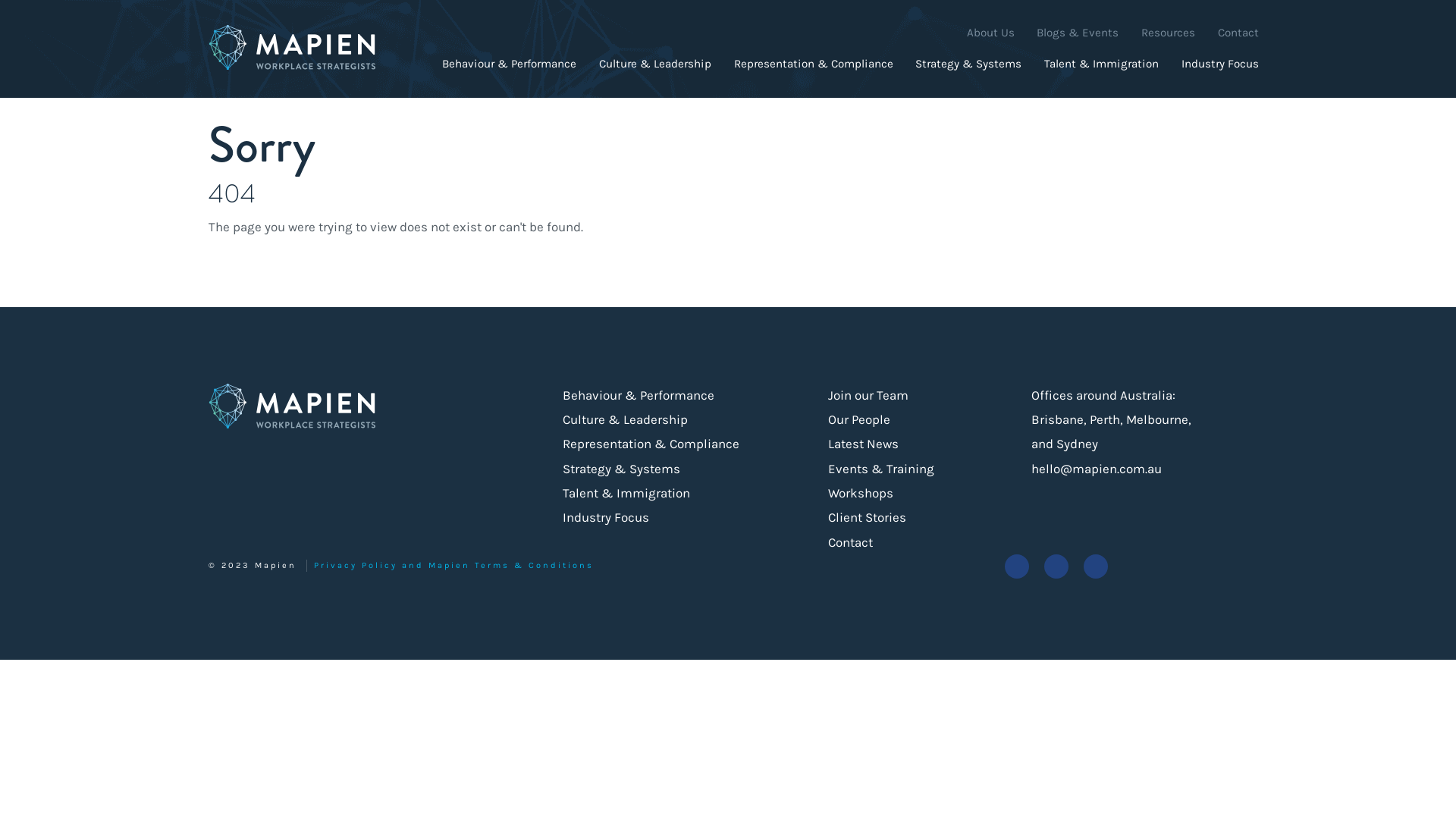 This screenshot has height=819, width=1456. I want to click on 'Resources', so click(1167, 32).